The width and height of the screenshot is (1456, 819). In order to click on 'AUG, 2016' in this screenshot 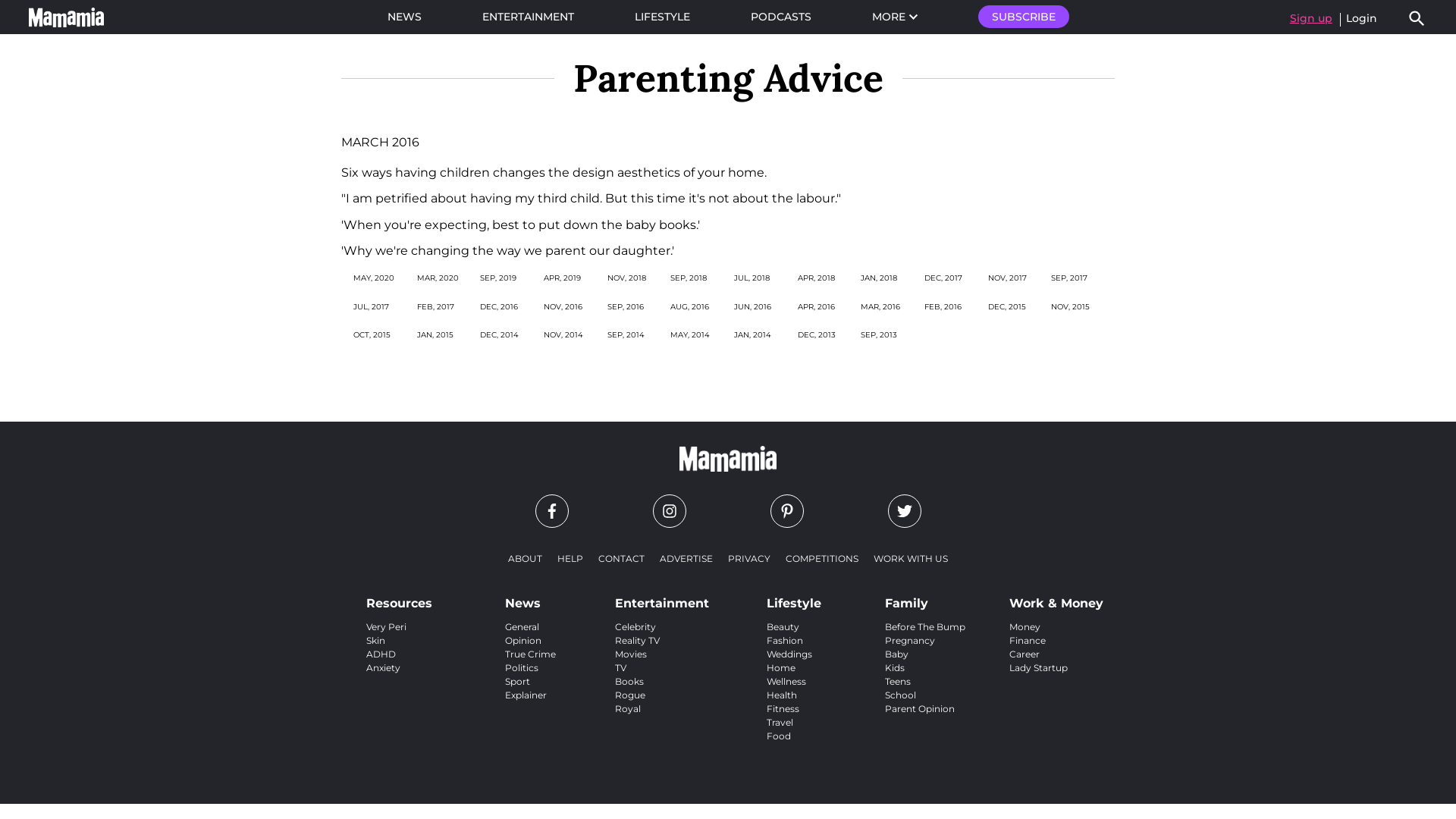, I will do `click(669, 306)`.